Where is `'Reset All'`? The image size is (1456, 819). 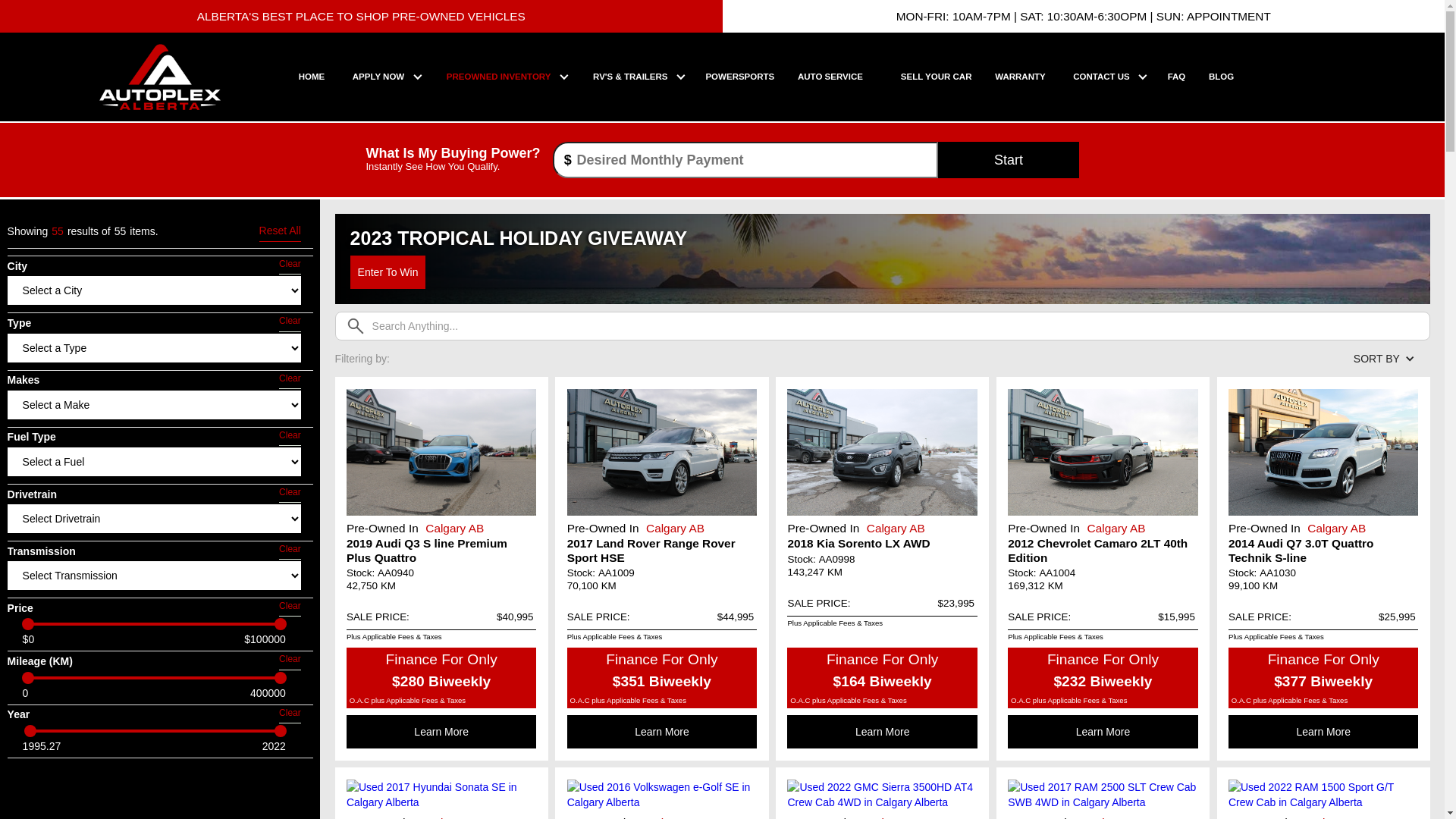
'Reset All' is located at coordinates (280, 231).